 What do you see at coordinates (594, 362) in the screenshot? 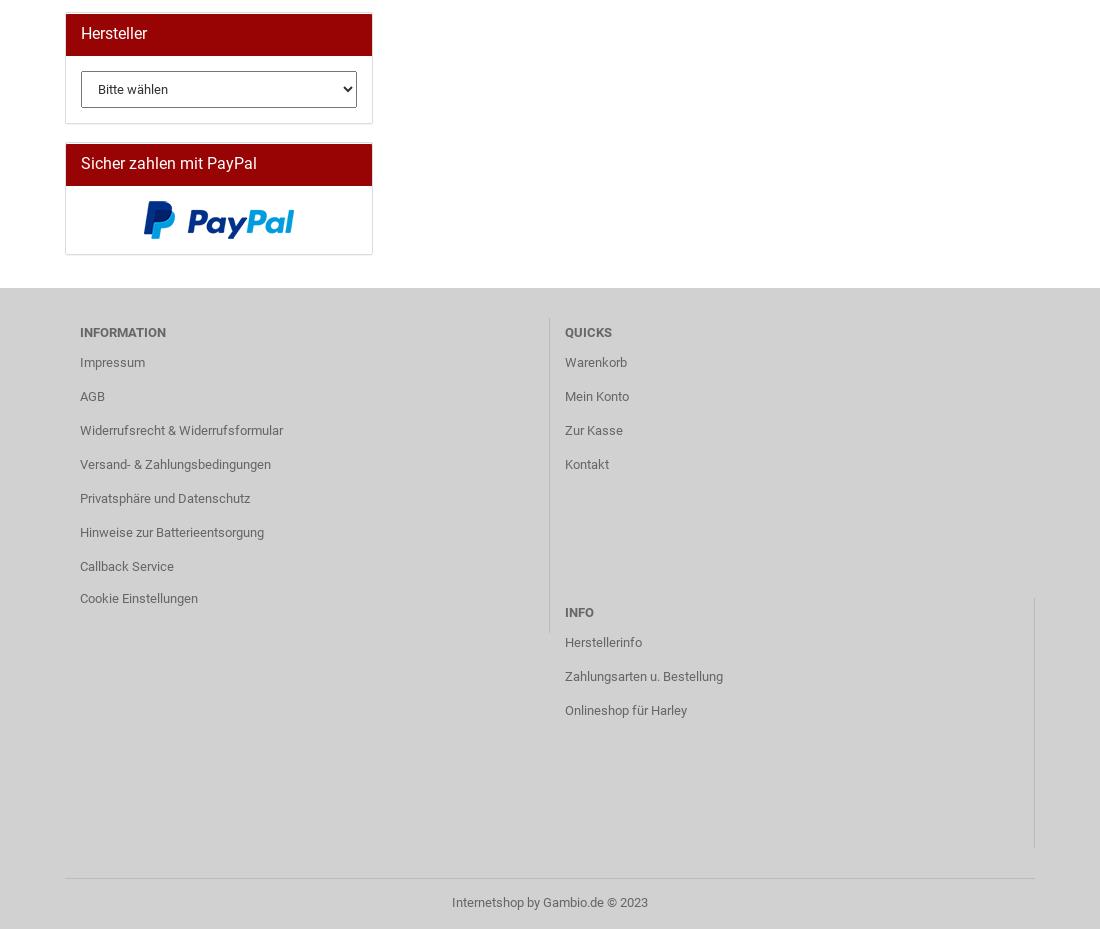
I see `'Warenkorb'` at bounding box center [594, 362].